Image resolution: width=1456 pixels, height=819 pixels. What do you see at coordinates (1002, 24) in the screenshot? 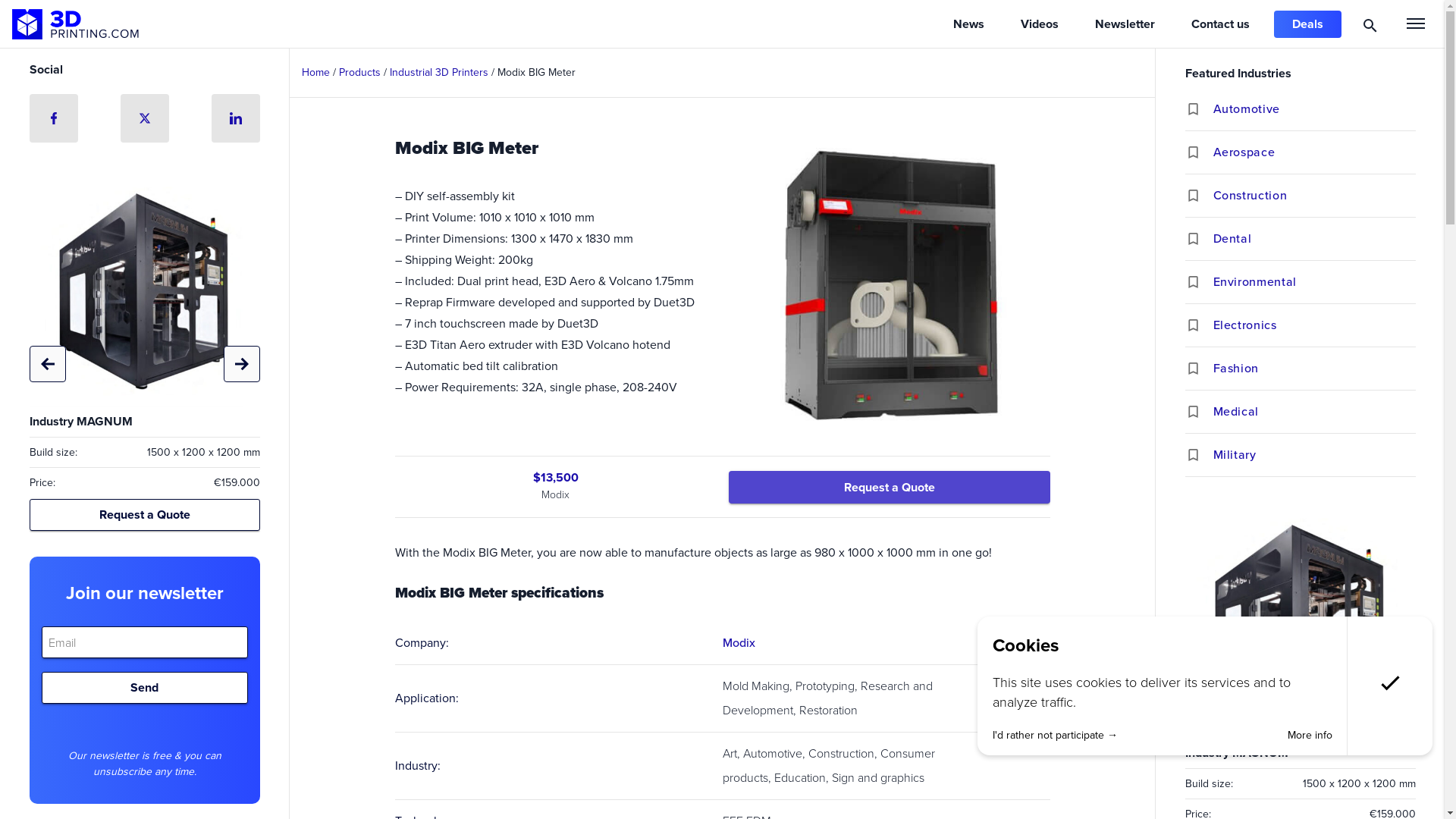
I see `'Videos'` at bounding box center [1002, 24].